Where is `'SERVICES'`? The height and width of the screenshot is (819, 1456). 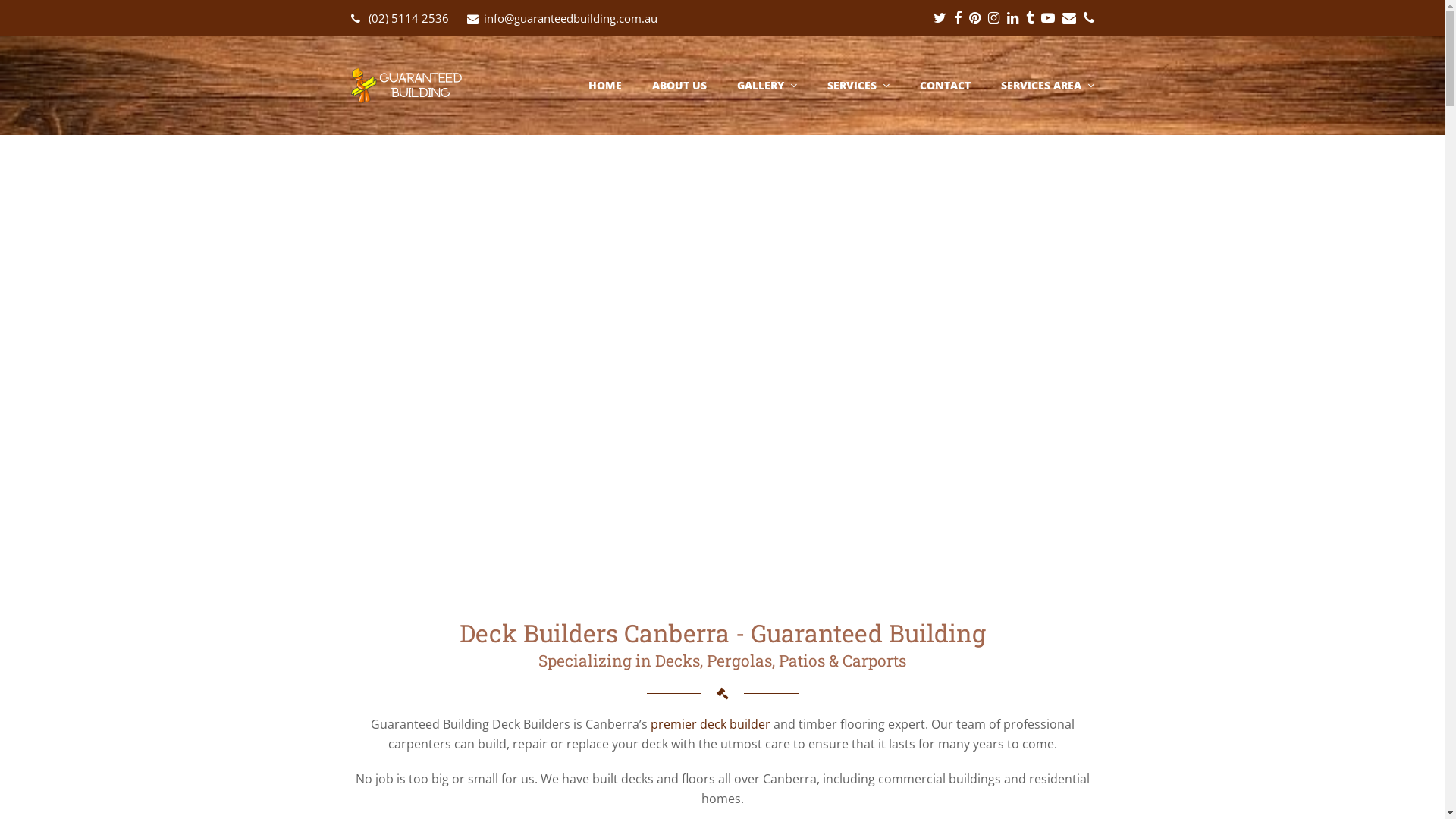
'SERVICES' is located at coordinates (858, 85).